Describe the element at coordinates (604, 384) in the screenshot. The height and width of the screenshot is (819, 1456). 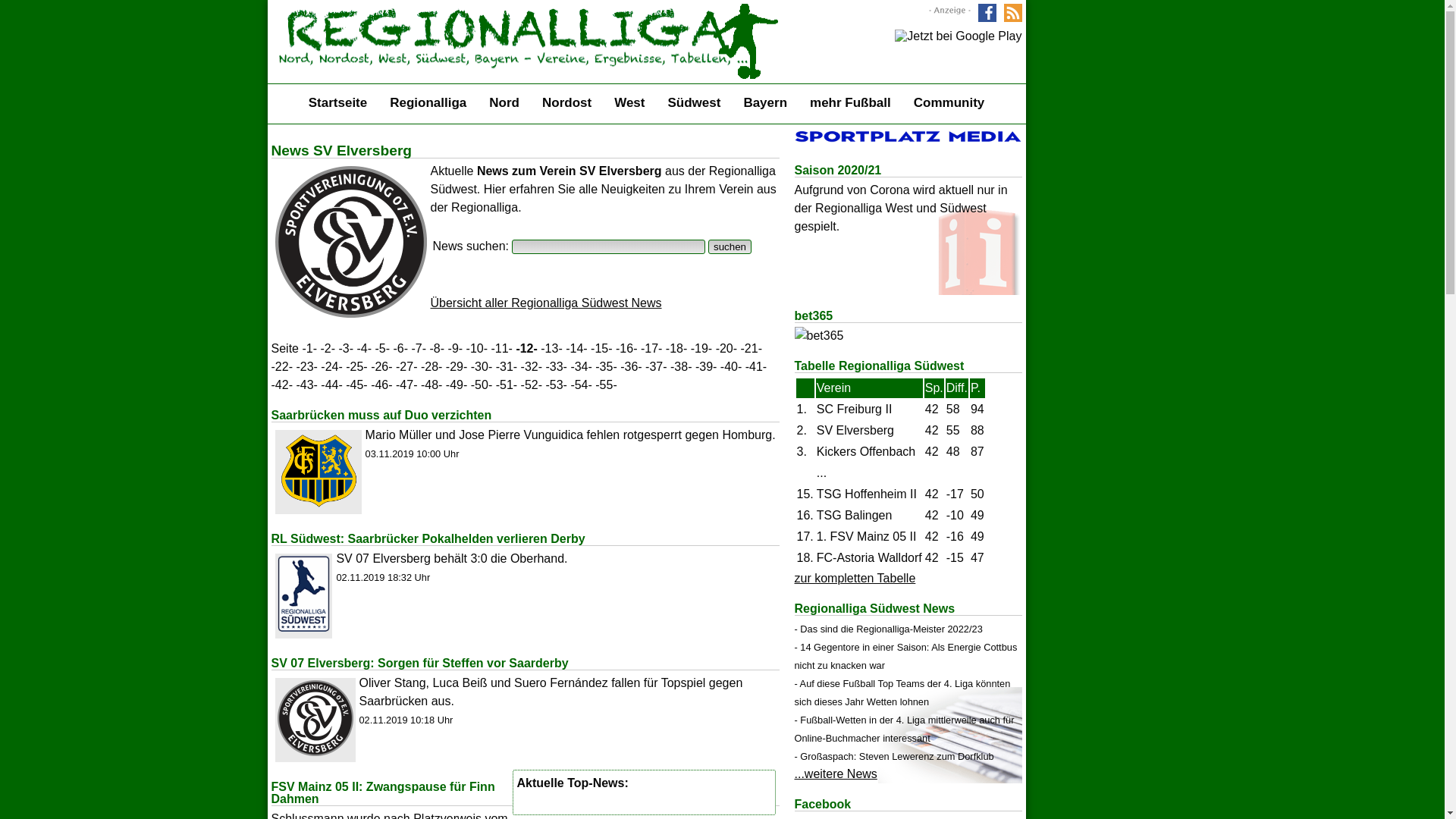
I see `'-55-'` at that location.